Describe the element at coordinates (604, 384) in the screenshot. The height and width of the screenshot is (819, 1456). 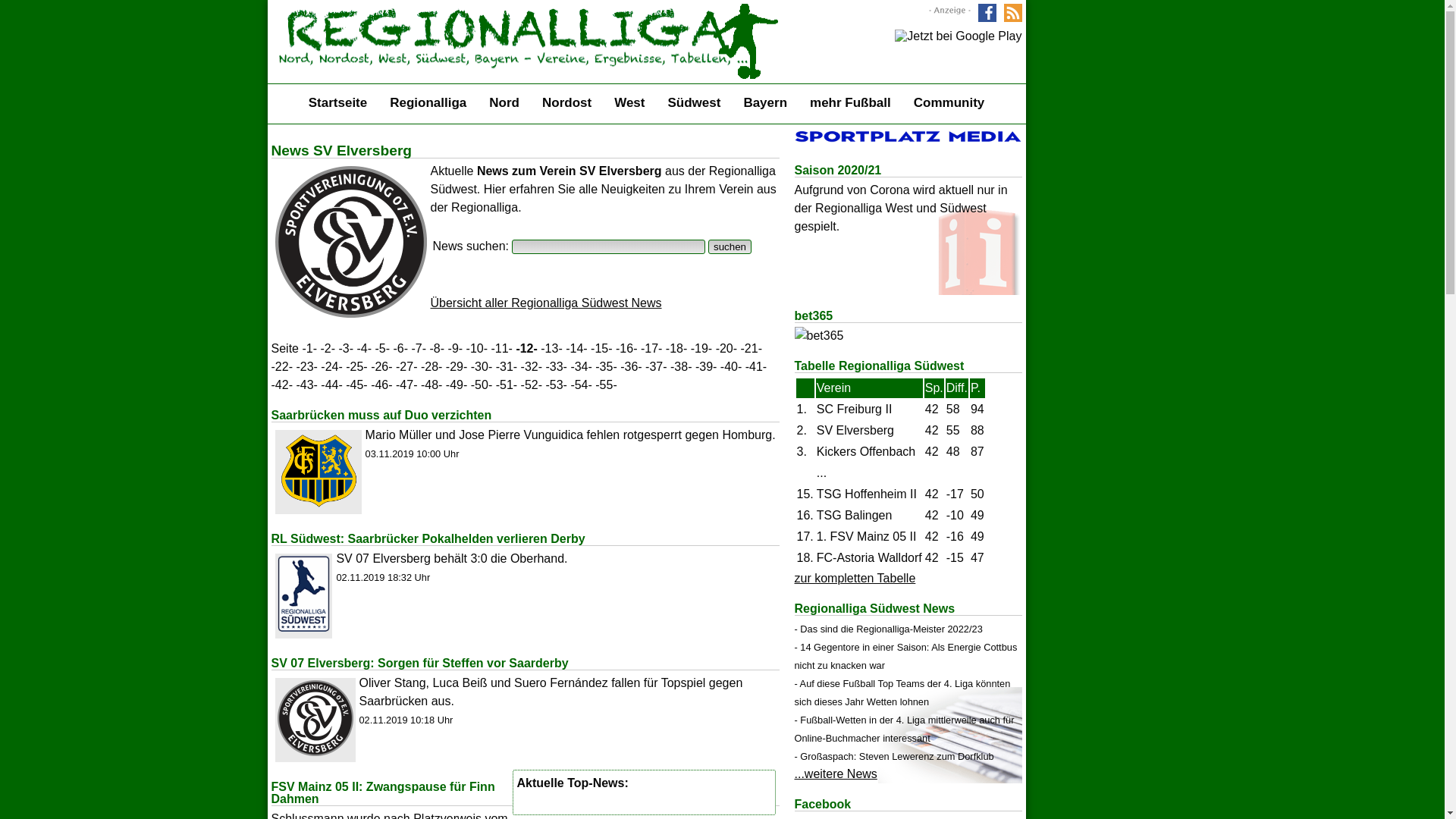
I see `'-55-'` at that location.